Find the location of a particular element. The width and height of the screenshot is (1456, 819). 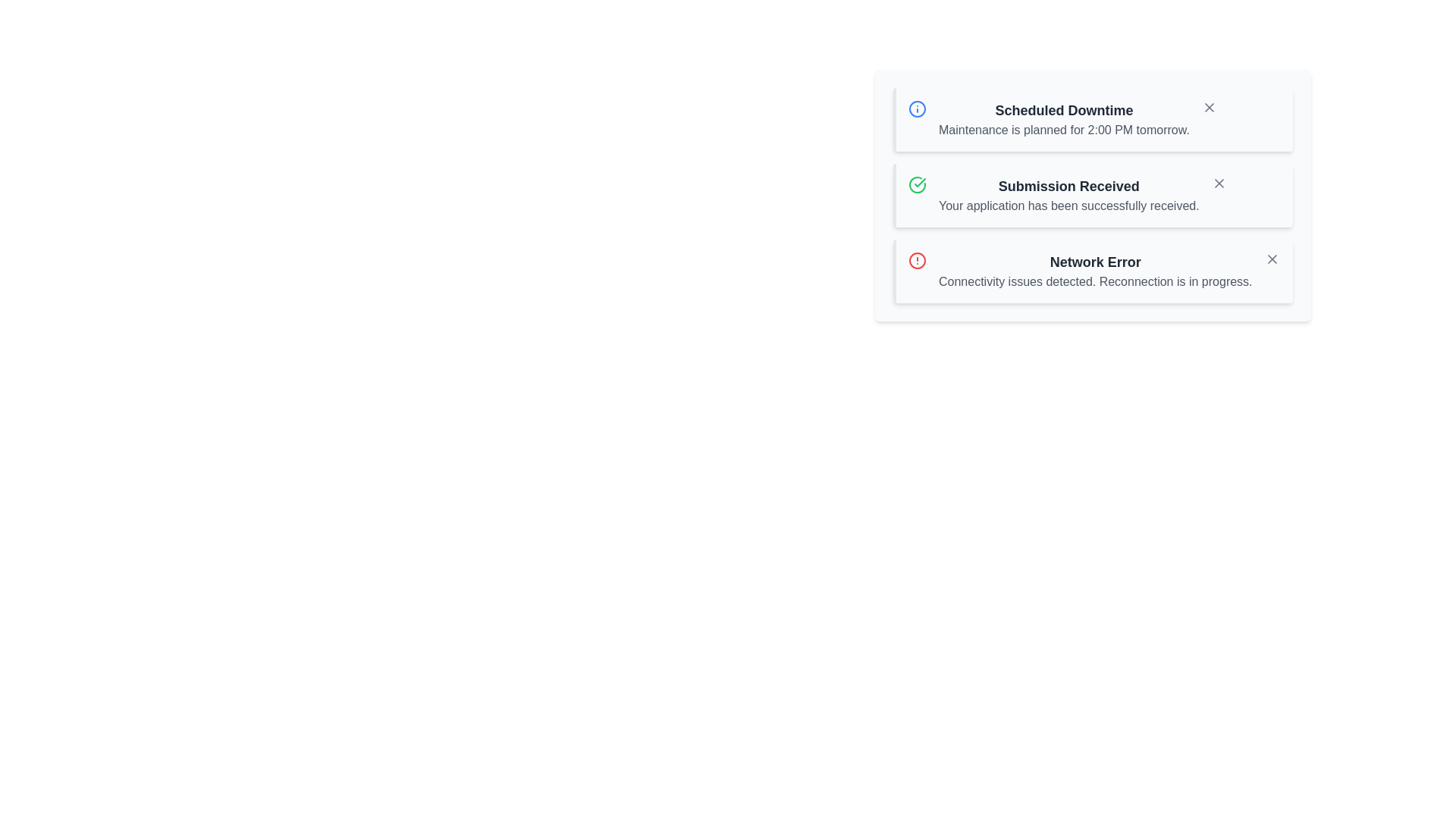

the circular icon with a blue outline and a smaller blue dot at the center, located on the far left of the topmost card titled 'Scheduled Downtime', which includes the description about planned maintenance is located at coordinates (916, 108).